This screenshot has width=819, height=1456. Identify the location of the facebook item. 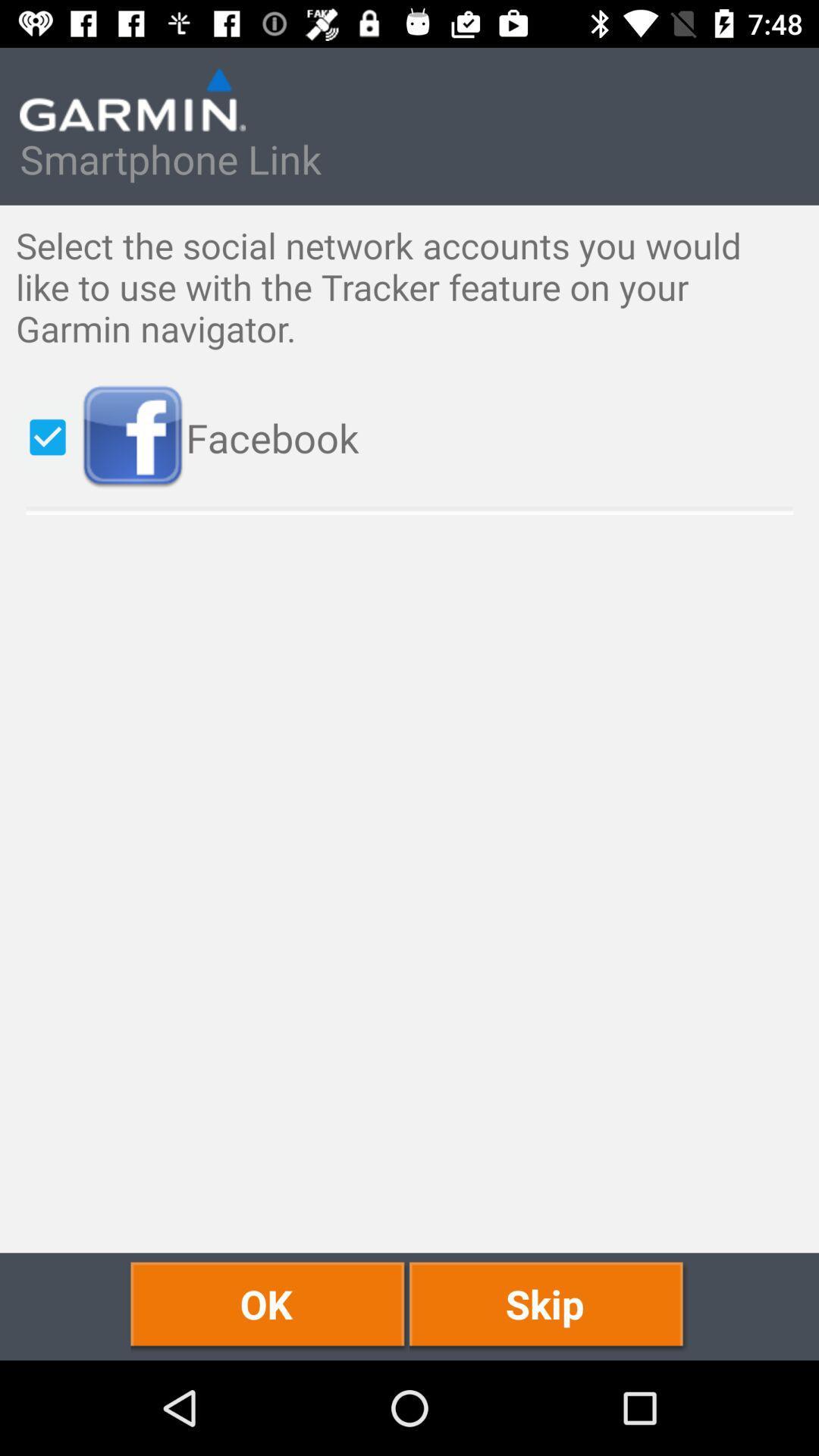
(441, 437).